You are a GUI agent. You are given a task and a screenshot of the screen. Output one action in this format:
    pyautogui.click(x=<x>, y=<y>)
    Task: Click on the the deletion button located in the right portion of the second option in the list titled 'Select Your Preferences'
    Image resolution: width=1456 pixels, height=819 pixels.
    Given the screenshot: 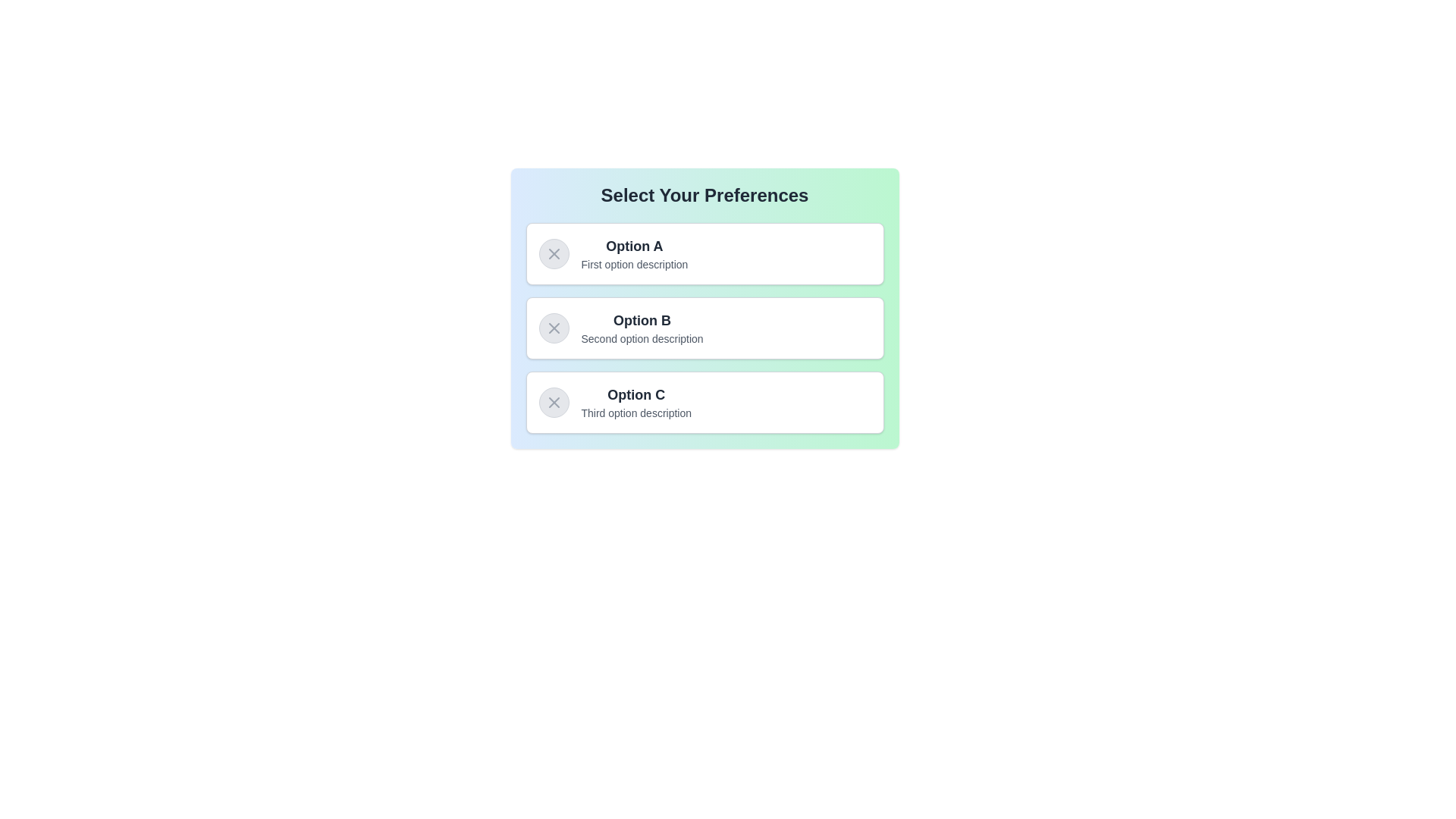 What is the action you would take?
    pyautogui.click(x=553, y=327)
    